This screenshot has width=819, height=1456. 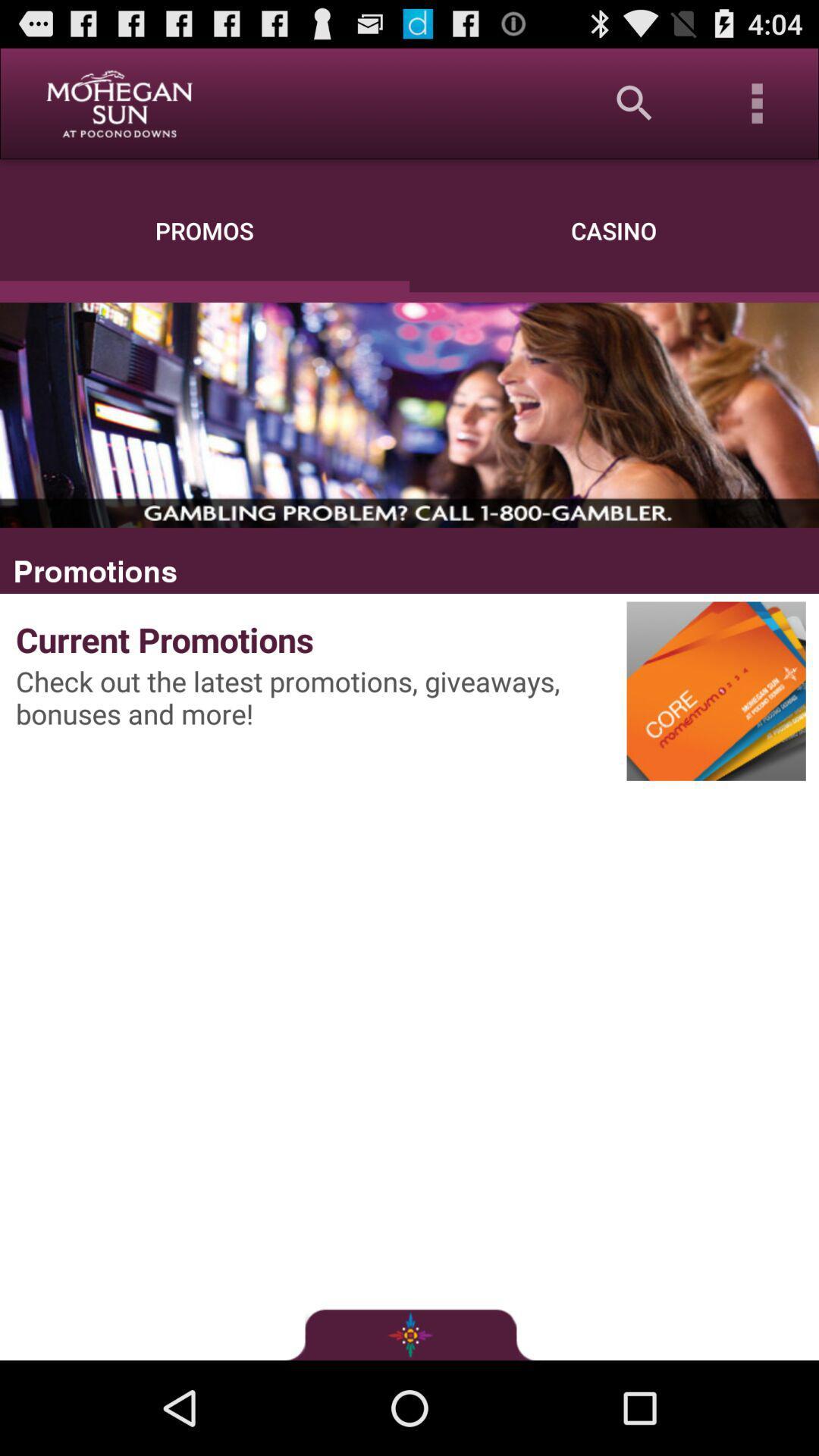 What do you see at coordinates (409, 1333) in the screenshot?
I see `item at the bottom` at bounding box center [409, 1333].